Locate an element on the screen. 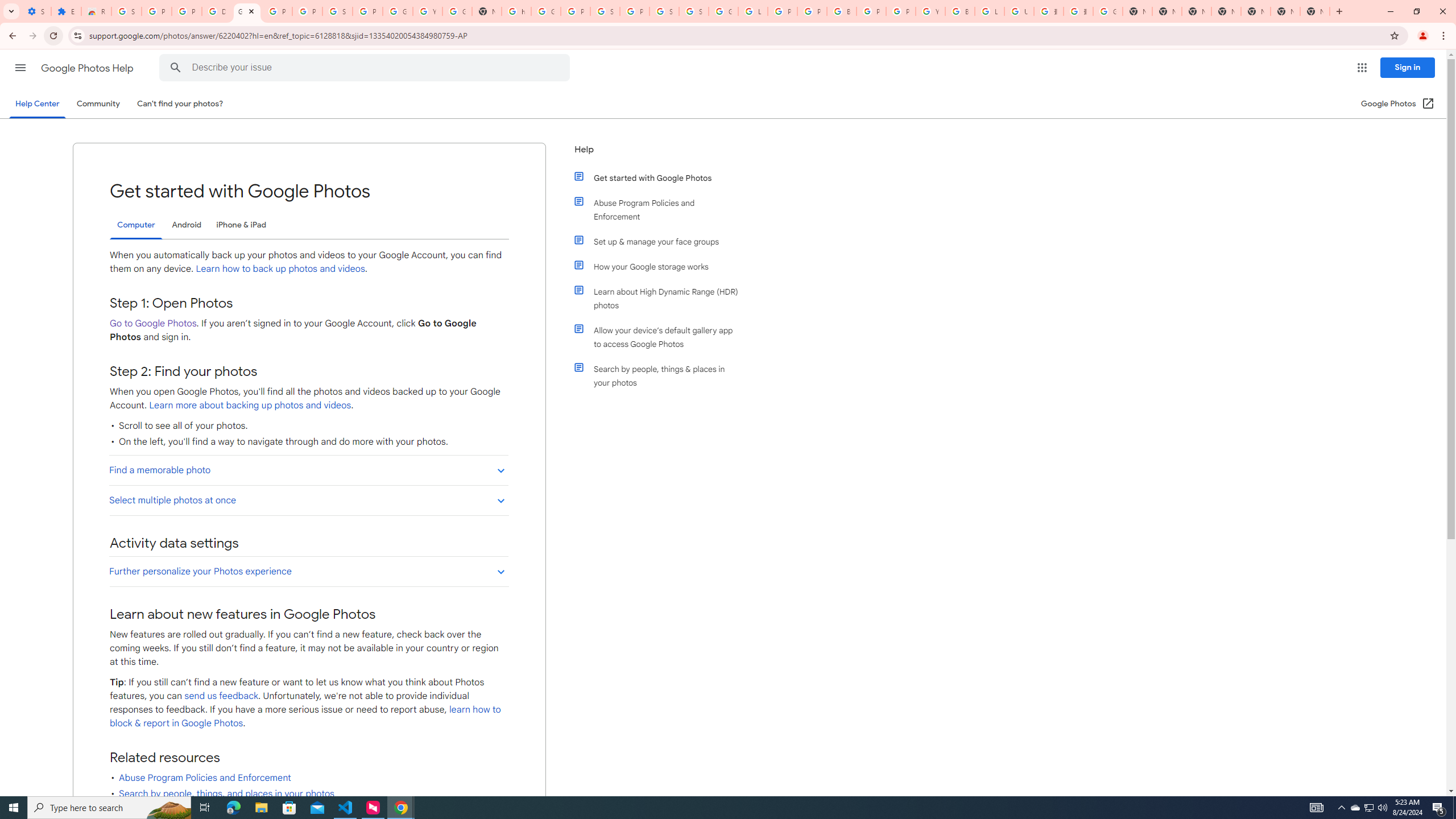 The image size is (1456, 819). 'Google Images' is located at coordinates (1108, 11).